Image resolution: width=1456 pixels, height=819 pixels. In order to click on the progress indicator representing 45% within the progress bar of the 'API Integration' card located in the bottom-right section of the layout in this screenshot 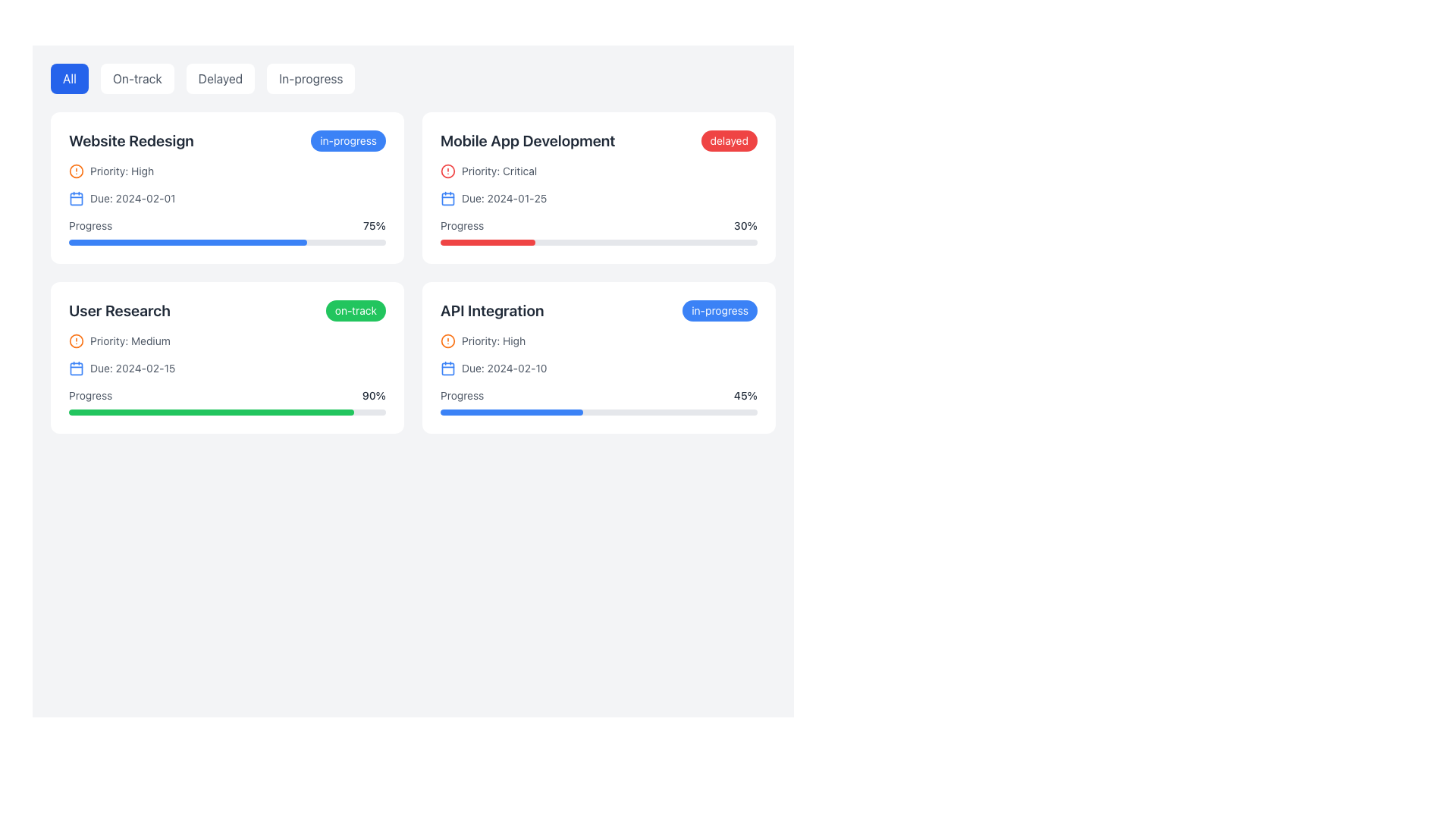, I will do `click(512, 412)`.